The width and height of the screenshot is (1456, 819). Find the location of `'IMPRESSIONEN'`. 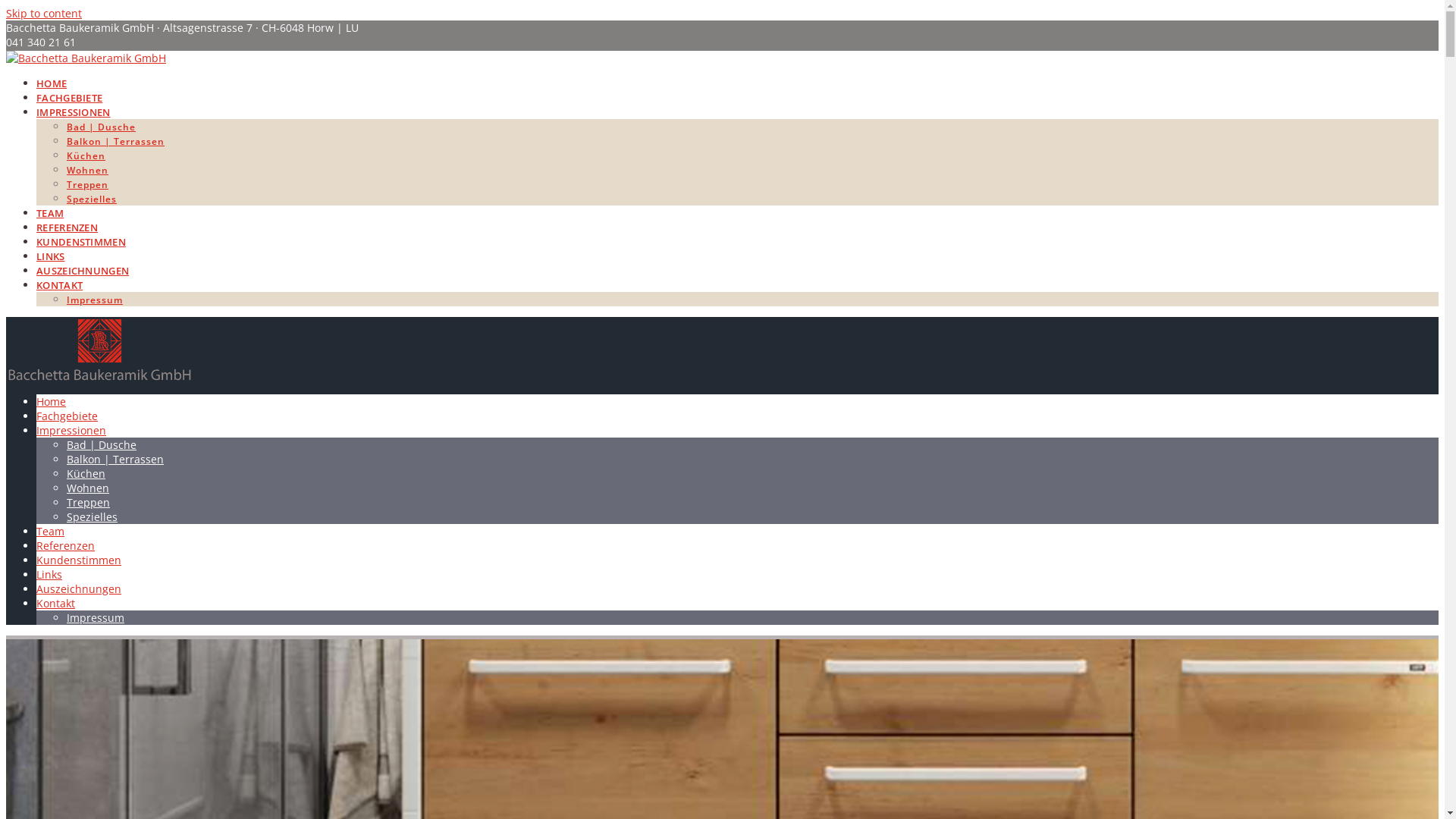

'IMPRESSIONEN' is located at coordinates (72, 111).